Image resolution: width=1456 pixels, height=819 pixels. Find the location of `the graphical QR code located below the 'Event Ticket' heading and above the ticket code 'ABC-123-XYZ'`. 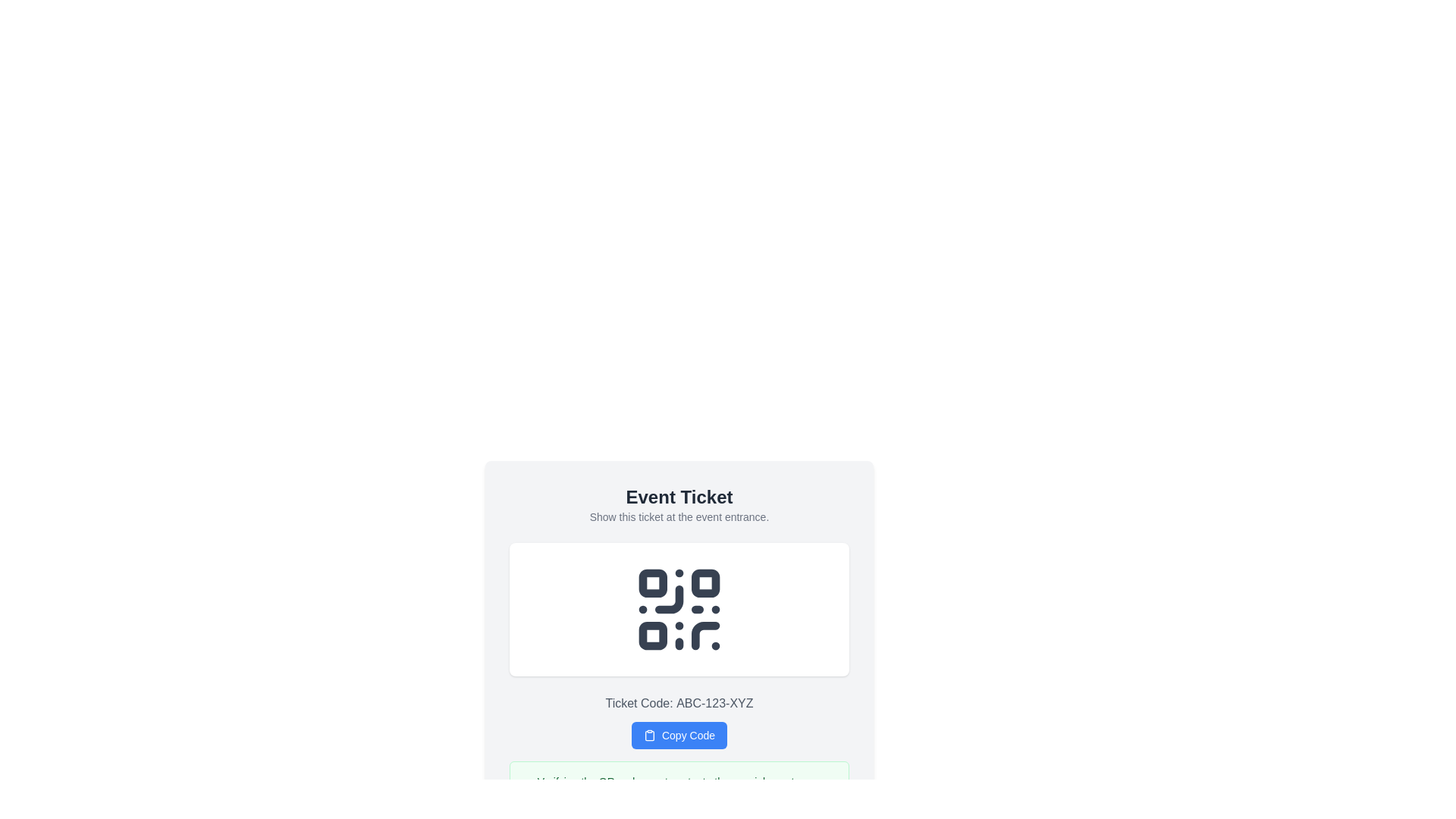

the graphical QR code located below the 'Event Ticket' heading and above the ticket code 'ABC-123-XYZ' is located at coordinates (679, 608).